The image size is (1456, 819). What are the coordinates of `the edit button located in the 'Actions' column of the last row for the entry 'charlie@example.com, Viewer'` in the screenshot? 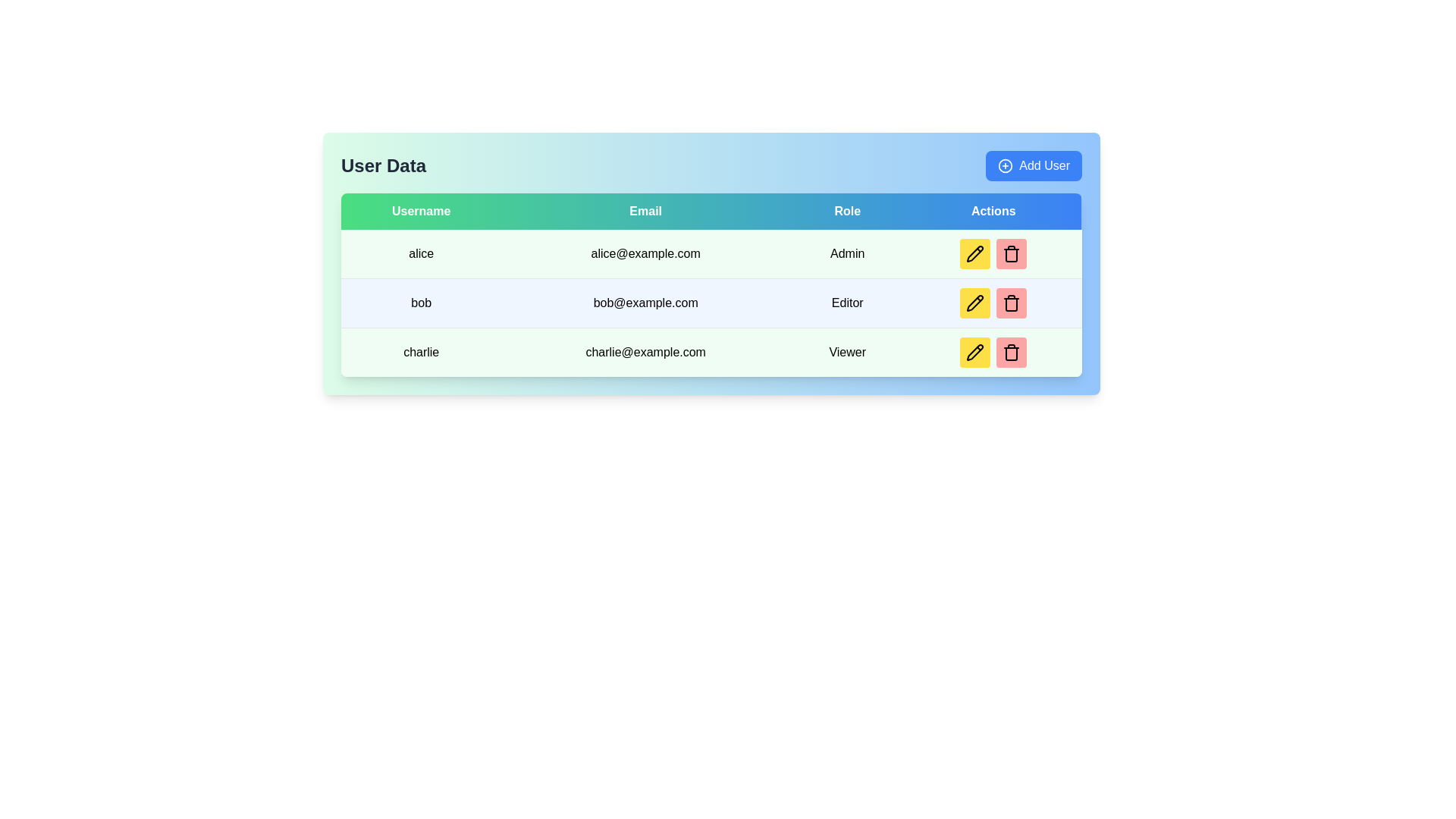 It's located at (975, 353).